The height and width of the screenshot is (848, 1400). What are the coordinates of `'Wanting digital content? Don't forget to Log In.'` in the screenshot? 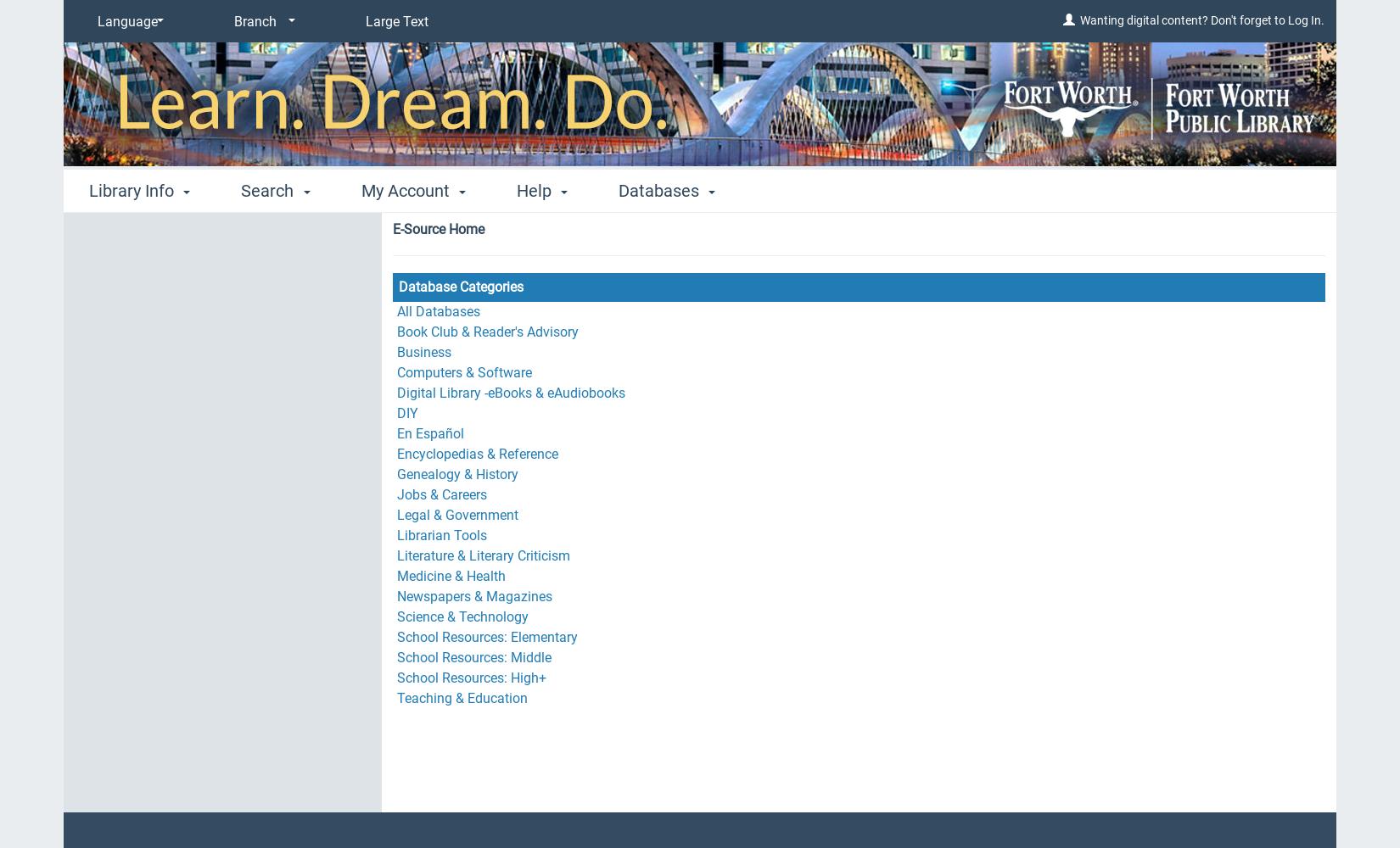 It's located at (1201, 20).